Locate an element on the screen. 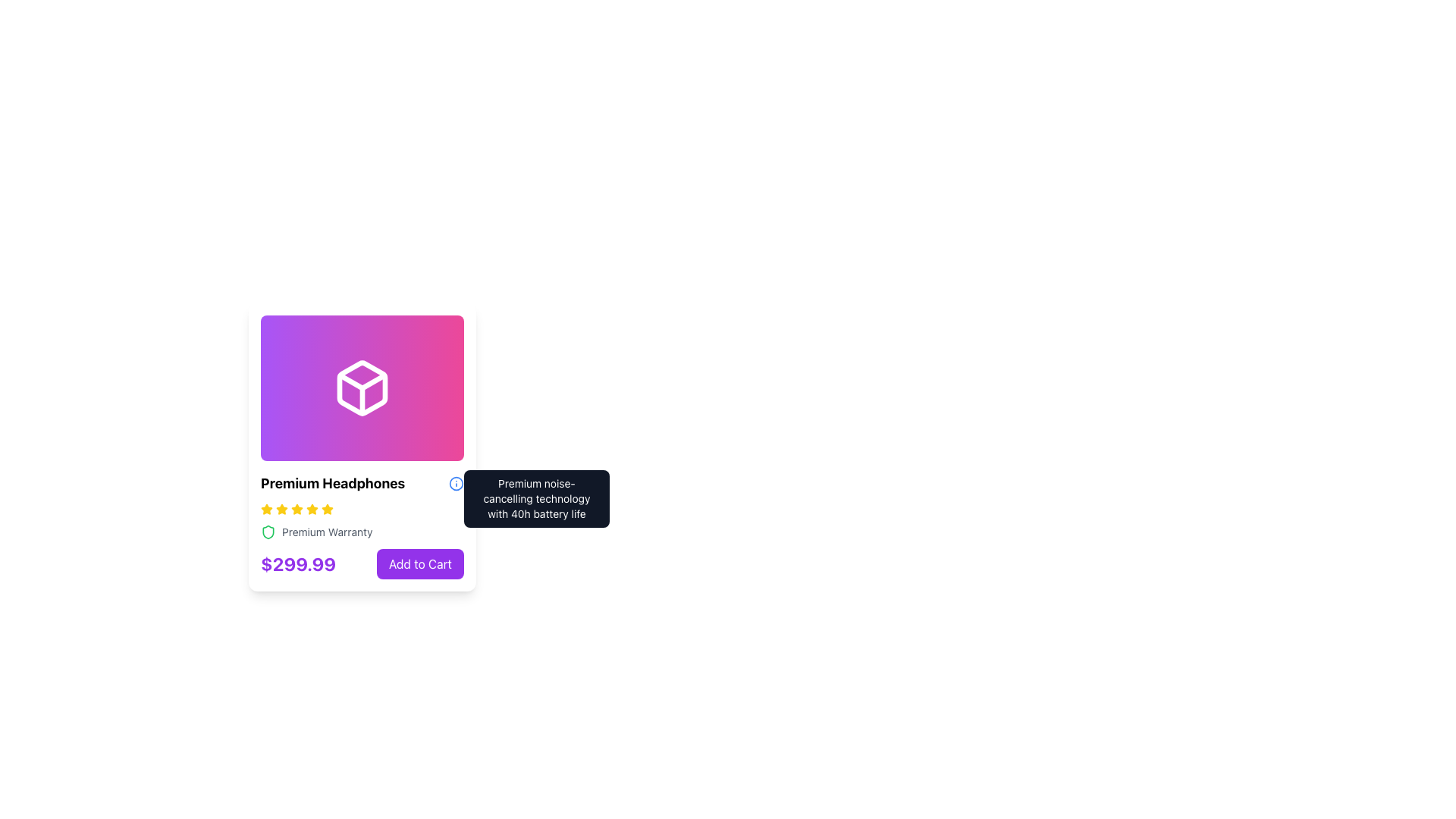 This screenshot has width=1456, height=819. the informational text indicating the optional premium warranty offer located below the 'Premium Headphones' title and rating stars, above the price section and 'Add to Cart' button is located at coordinates (362, 532).